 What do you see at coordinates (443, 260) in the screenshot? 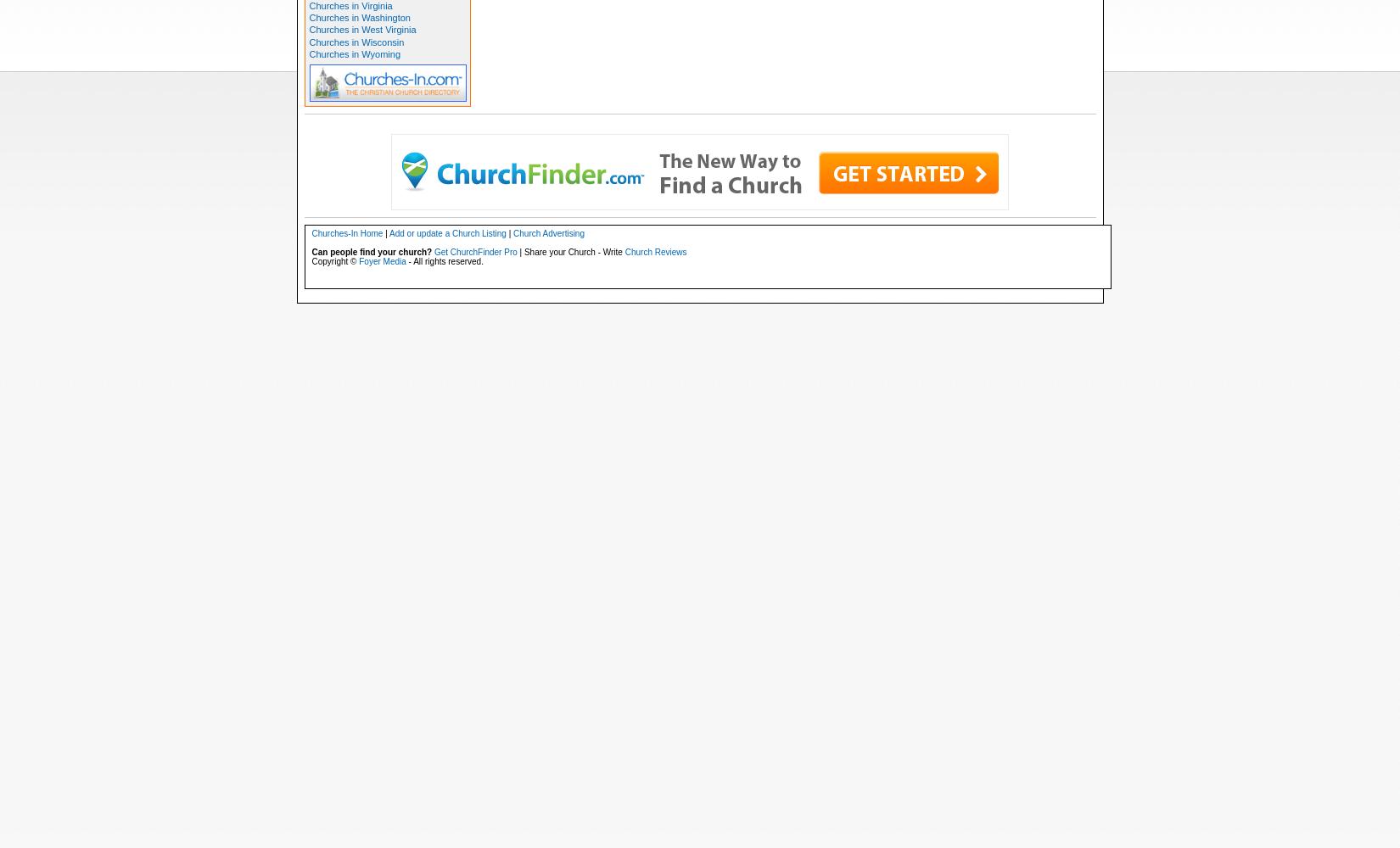
I see `'- All rights reserved.'` at bounding box center [443, 260].